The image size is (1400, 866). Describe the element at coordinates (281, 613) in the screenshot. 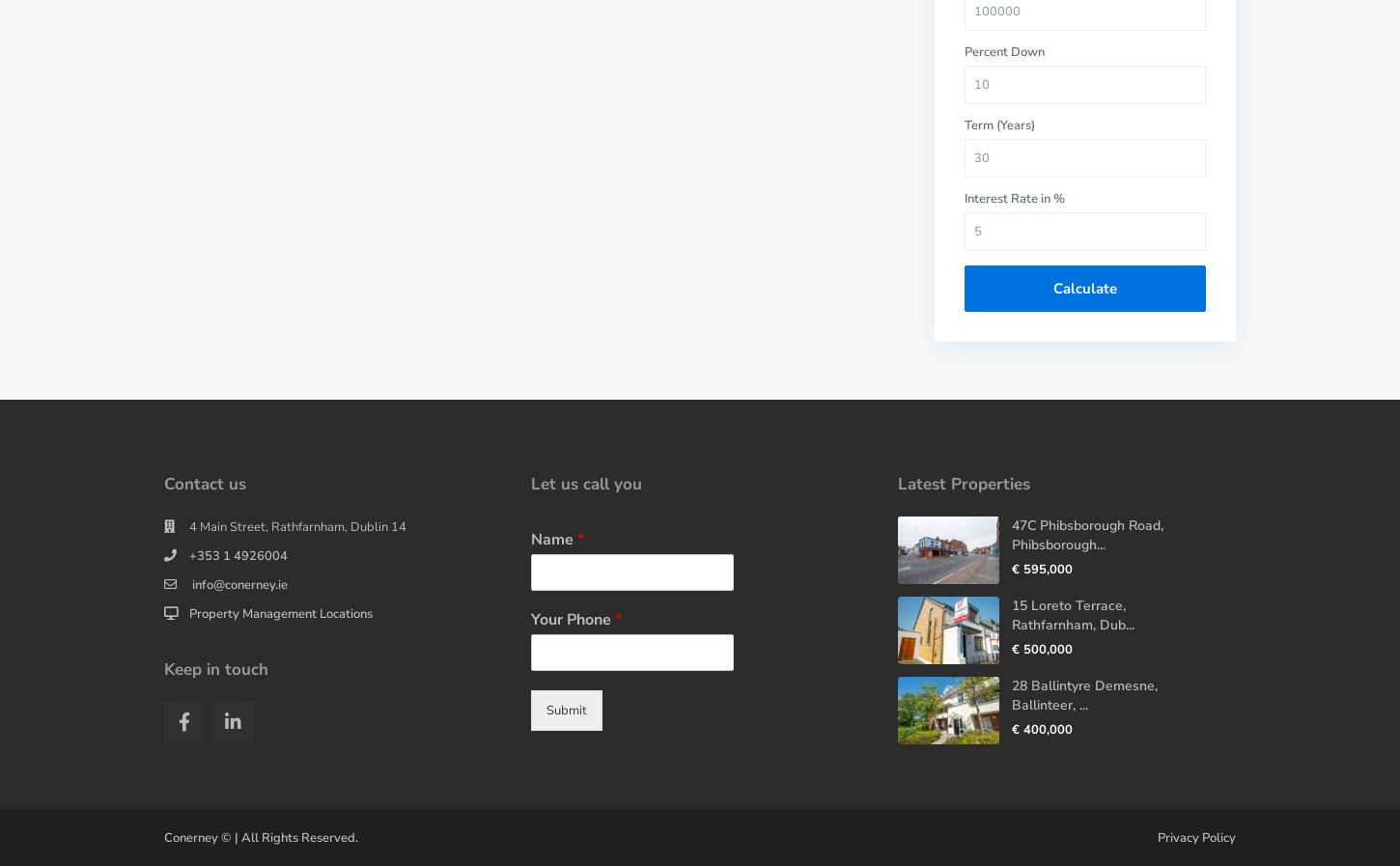

I see `'Property Management Locations'` at that location.